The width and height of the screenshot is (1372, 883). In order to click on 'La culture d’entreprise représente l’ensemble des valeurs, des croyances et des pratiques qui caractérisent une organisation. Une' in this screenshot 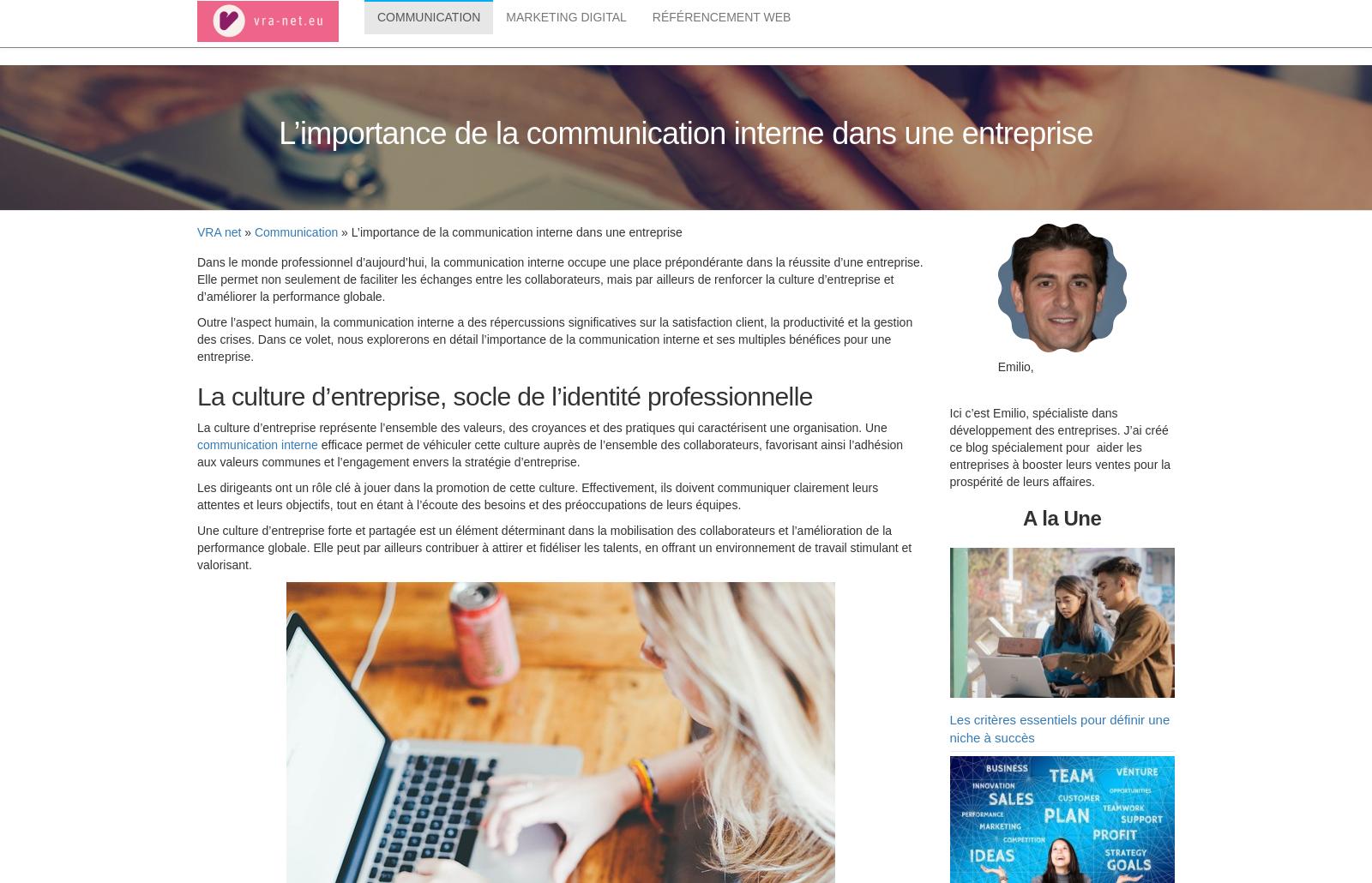, I will do `click(196, 429)`.